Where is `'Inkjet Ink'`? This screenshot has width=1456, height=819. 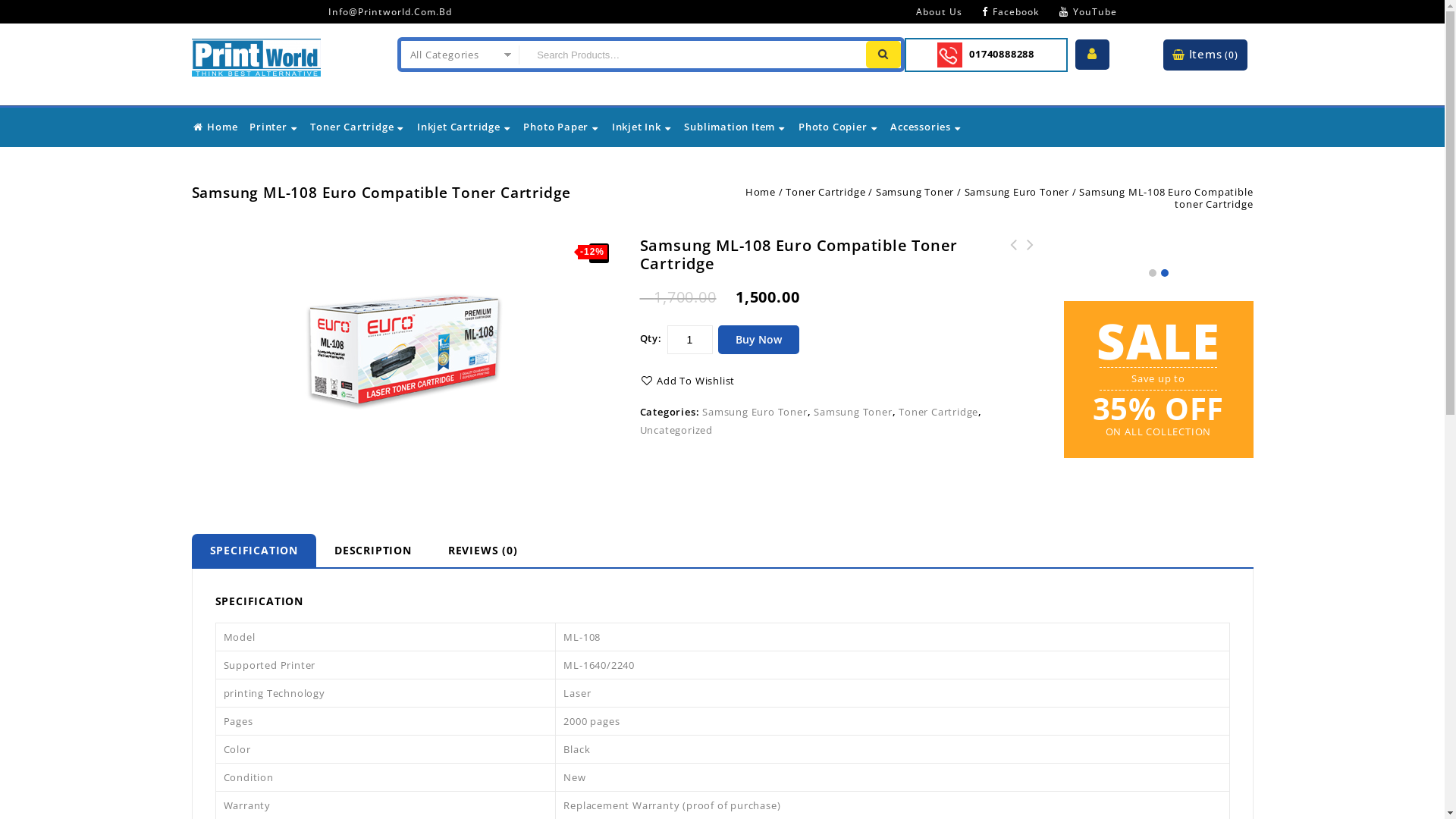 'Inkjet Ink' is located at coordinates (642, 125).